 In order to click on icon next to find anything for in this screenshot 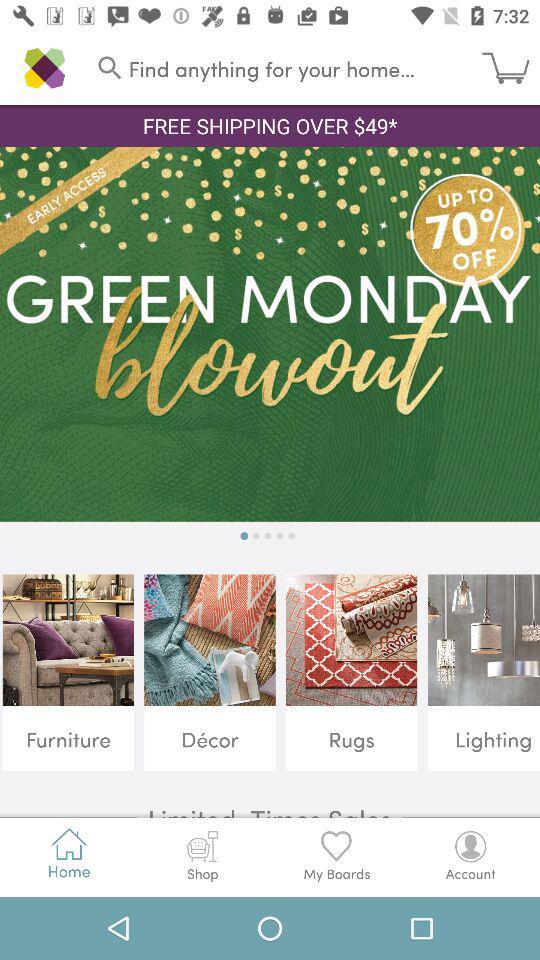, I will do `click(511, 68)`.